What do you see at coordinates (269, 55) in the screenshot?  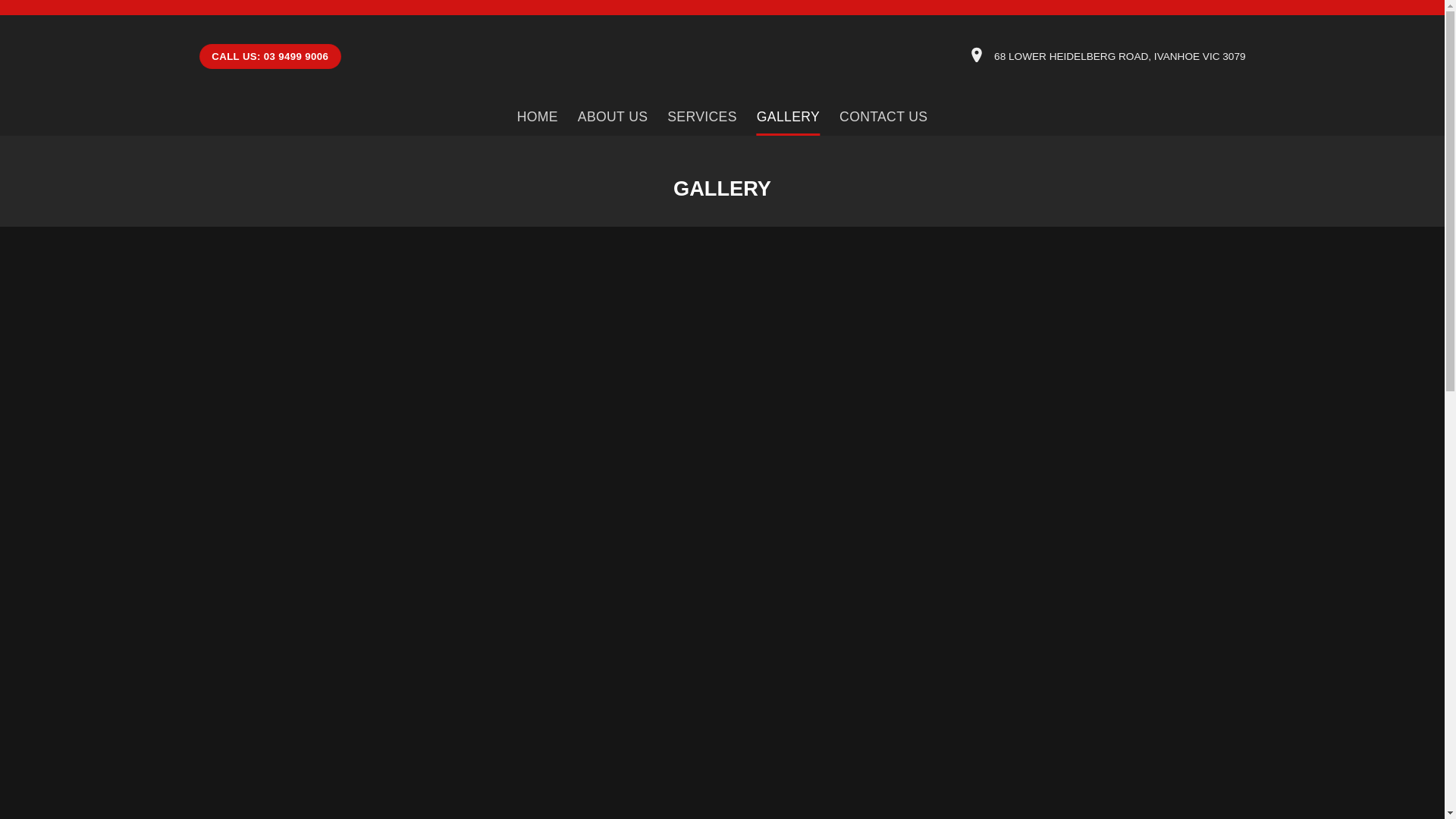 I see `'CALL US: 03 9499 9006'` at bounding box center [269, 55].